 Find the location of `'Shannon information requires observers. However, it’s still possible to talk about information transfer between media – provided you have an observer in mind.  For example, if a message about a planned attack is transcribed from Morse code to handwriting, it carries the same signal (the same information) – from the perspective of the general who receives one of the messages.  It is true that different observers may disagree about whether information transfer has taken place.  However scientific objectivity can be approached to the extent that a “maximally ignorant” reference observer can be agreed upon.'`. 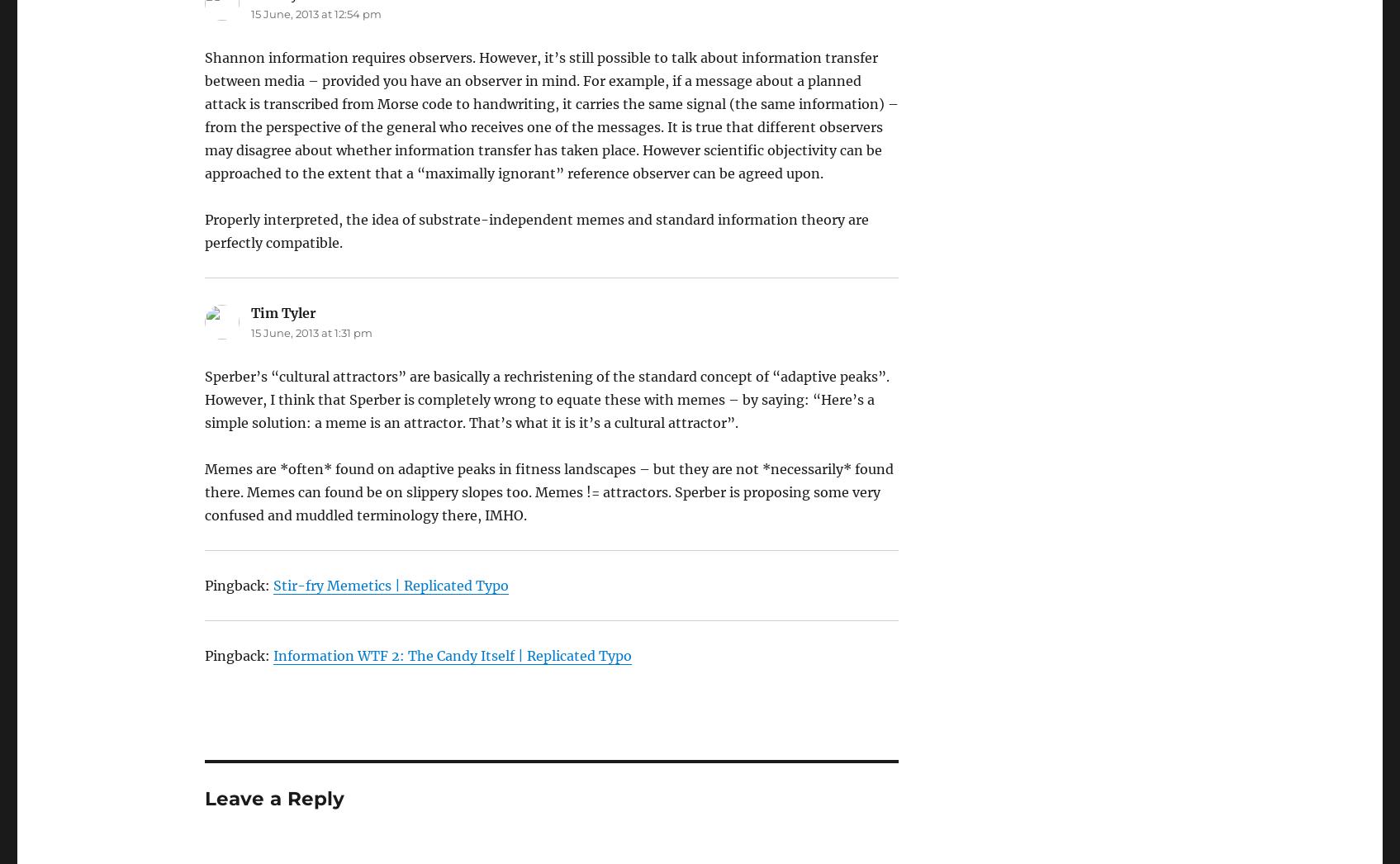

'Shannon information requires observers. However, it’s still possible to talk about information transfer between media – provided you have an observer in mind.  For example, if a message about a planned attack is transcribed from Morse code to handwriting, it carries the same signal (the same information) – from the perspective of the general who receives one of the messages.  It is true that different observers may disagree about whether information transfer has taken place.  However scientific objectivity can be approached to the extent that a “maximally ignorant” reference observer can be agreed upon.' is located at coordinates (550, 114).